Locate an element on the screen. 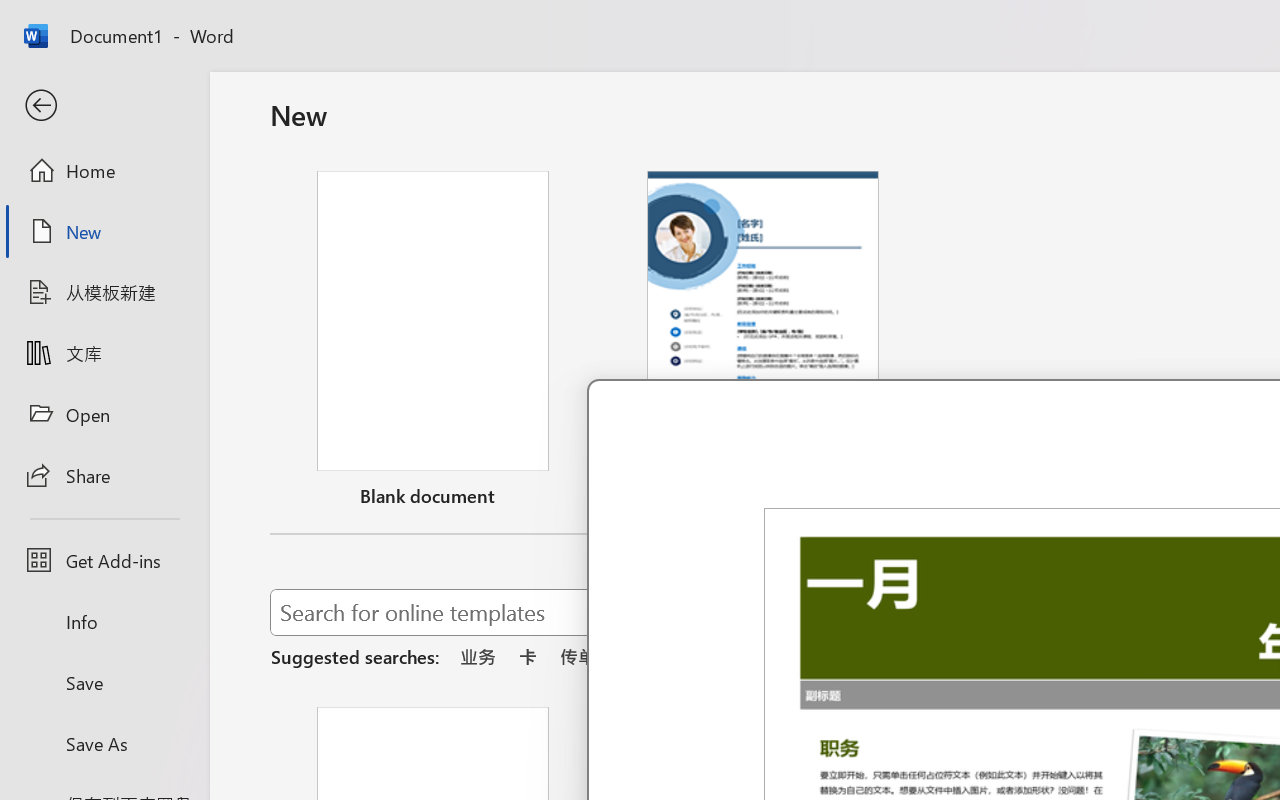 Image resolution: width=1280 pixels, height=800 pixels. 'New' is located at coordinates (103, 231).